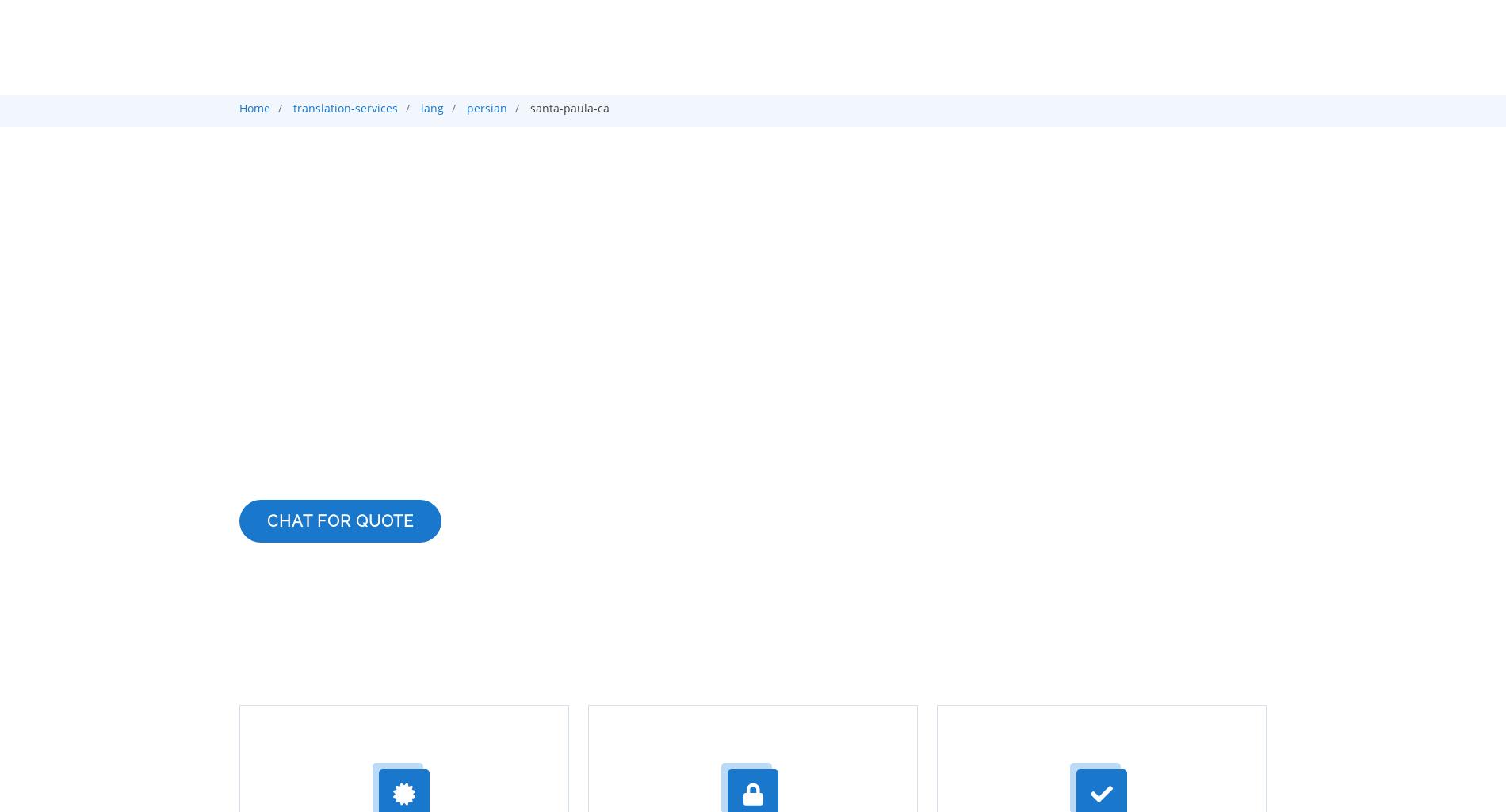 This screenshot has height=812, width=1506. What do you see at coordinates (342, 643) in the screenshot?
I see `'Swiss'` at bounding box center [342, 643].